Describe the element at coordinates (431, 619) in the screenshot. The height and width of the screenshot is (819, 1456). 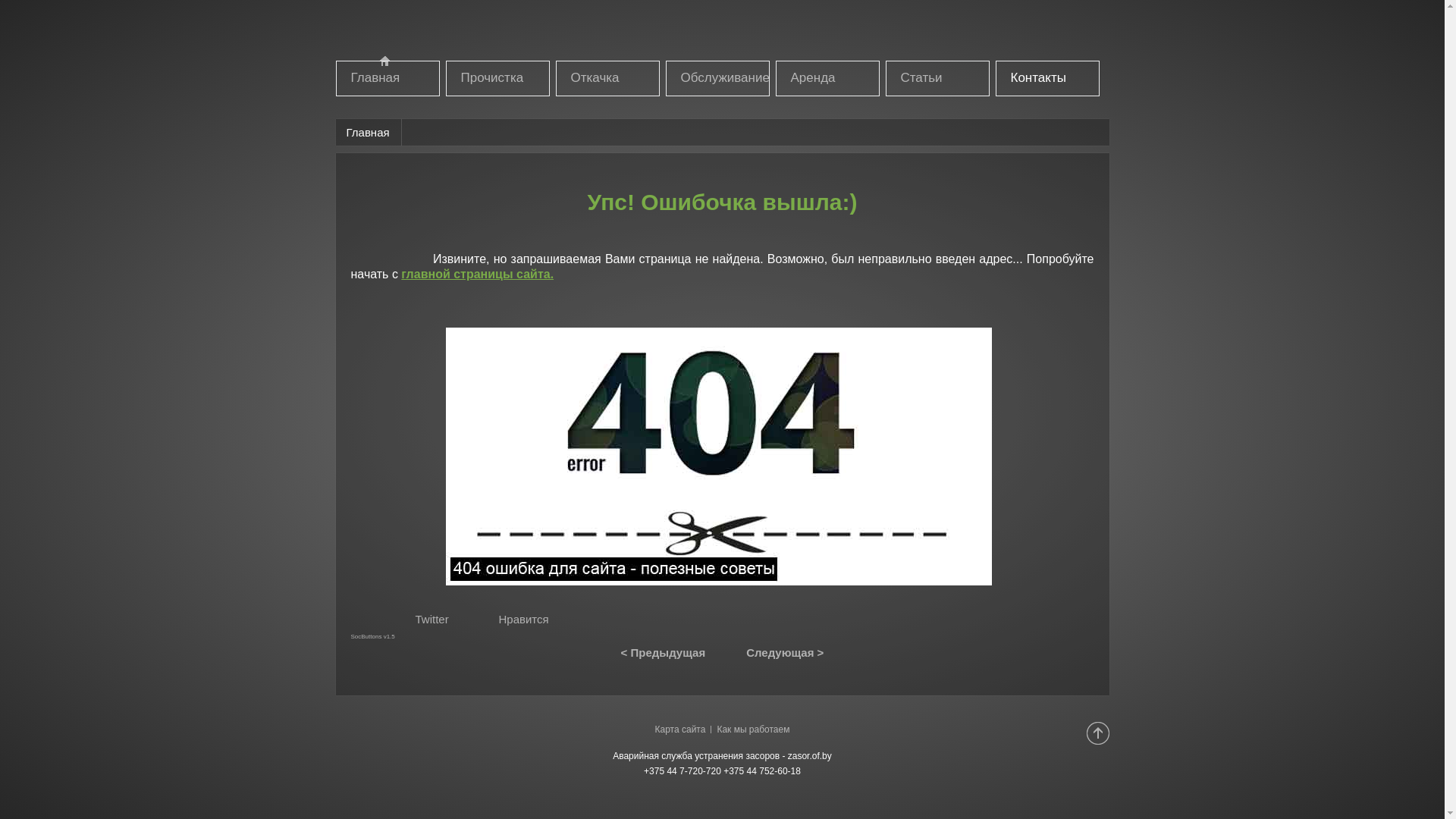
I see `'Twitter'` at that location.